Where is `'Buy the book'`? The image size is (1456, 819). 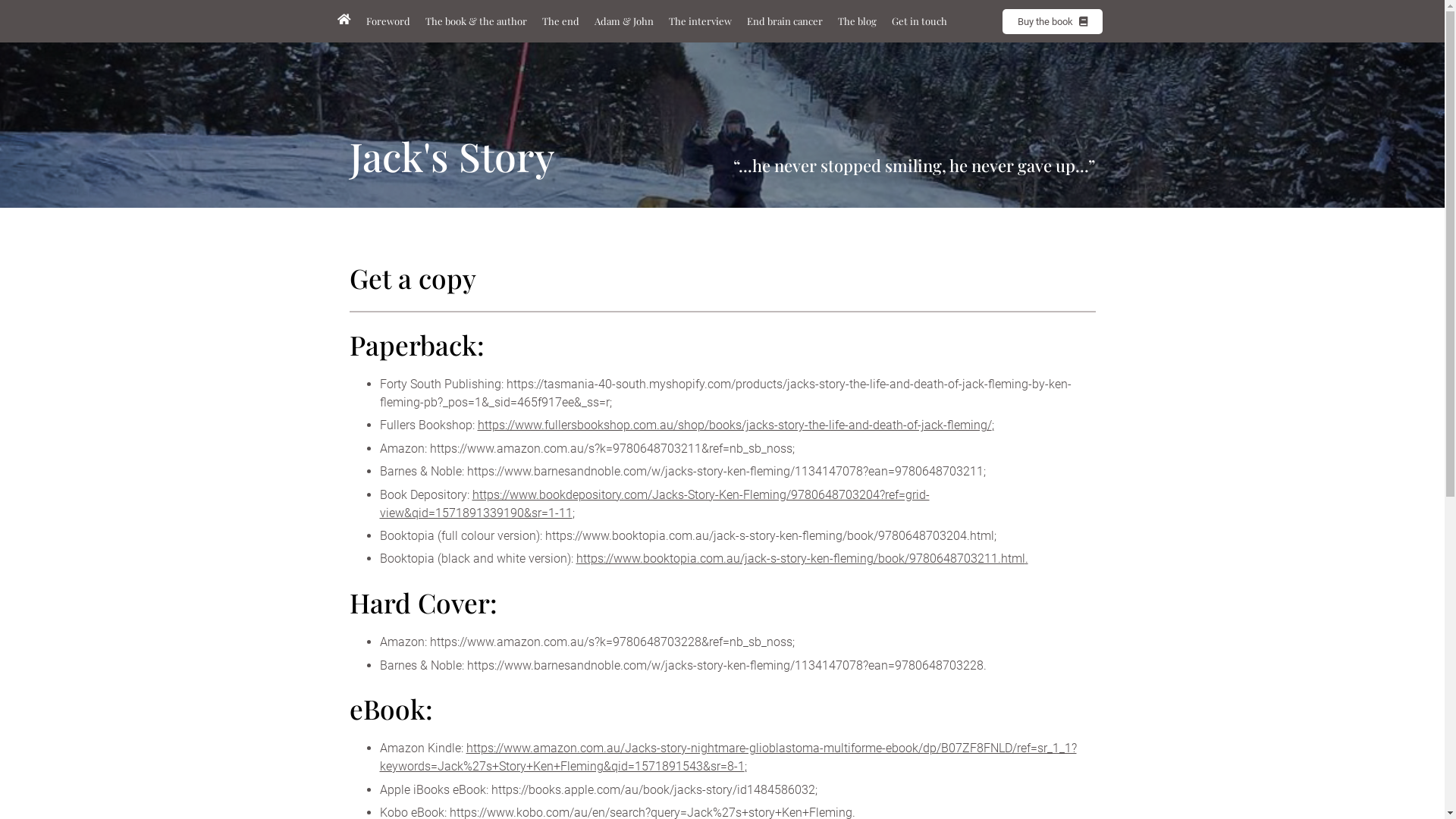 'Buy the book' is located at coordinates (1051, 21).